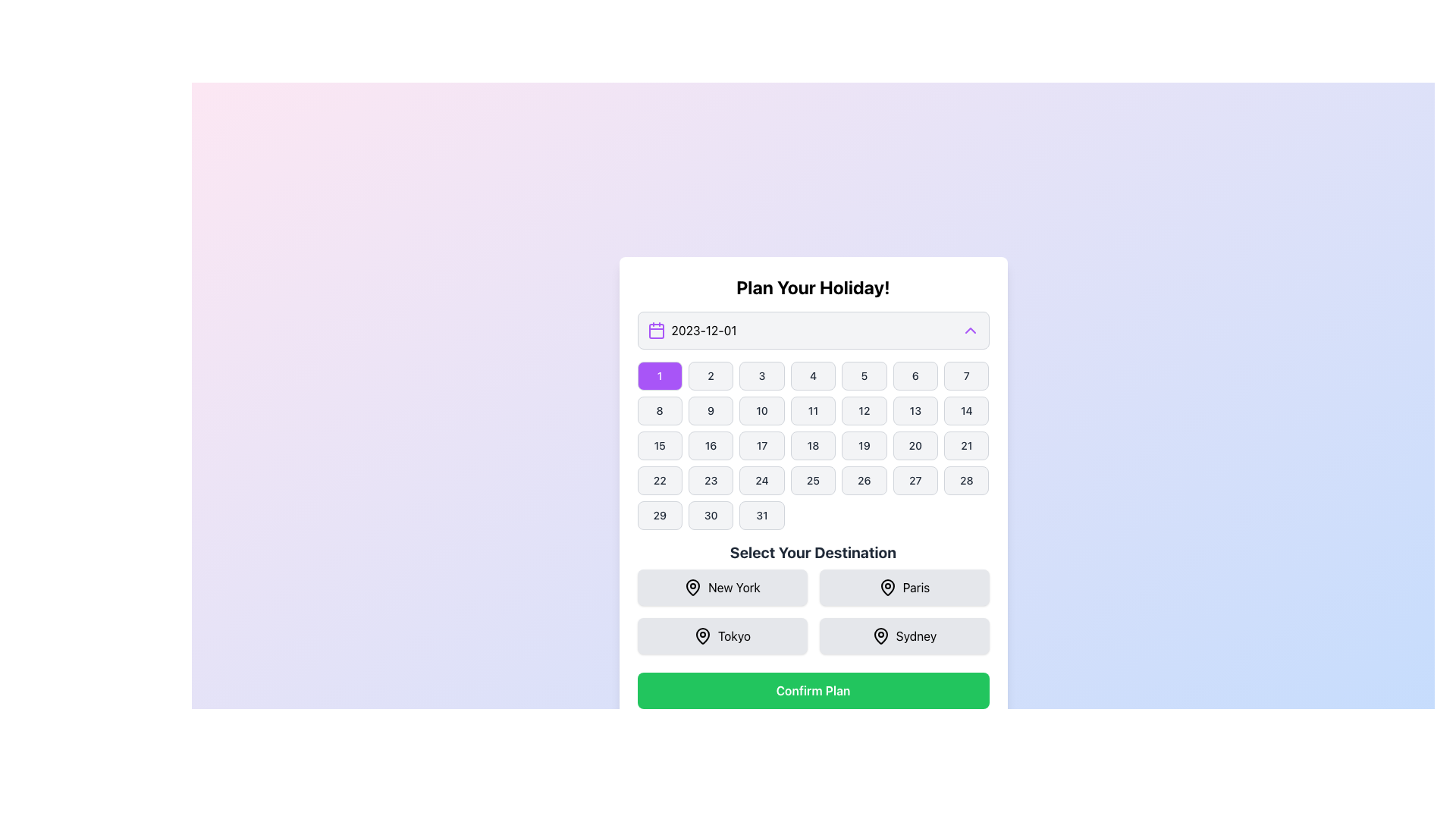 The image size is (1456, 819). I want to click on the pin icon located to the left of the 'New York' text in the 'Select Your Destination' section, so click(692, 587).